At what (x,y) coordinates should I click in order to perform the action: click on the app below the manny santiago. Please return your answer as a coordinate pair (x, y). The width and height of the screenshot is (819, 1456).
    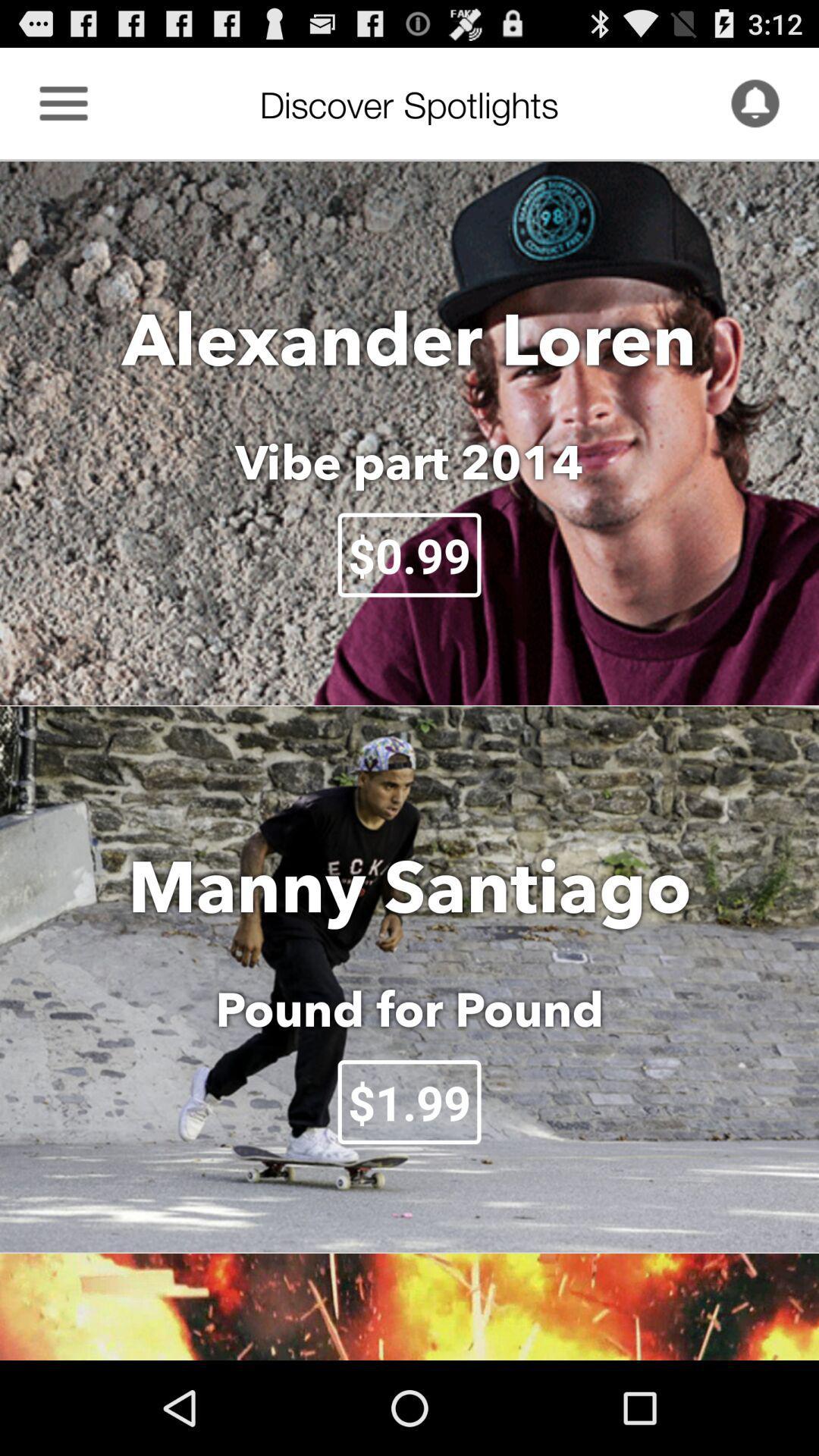
    Looking at the image, I should click on (409, 1009).